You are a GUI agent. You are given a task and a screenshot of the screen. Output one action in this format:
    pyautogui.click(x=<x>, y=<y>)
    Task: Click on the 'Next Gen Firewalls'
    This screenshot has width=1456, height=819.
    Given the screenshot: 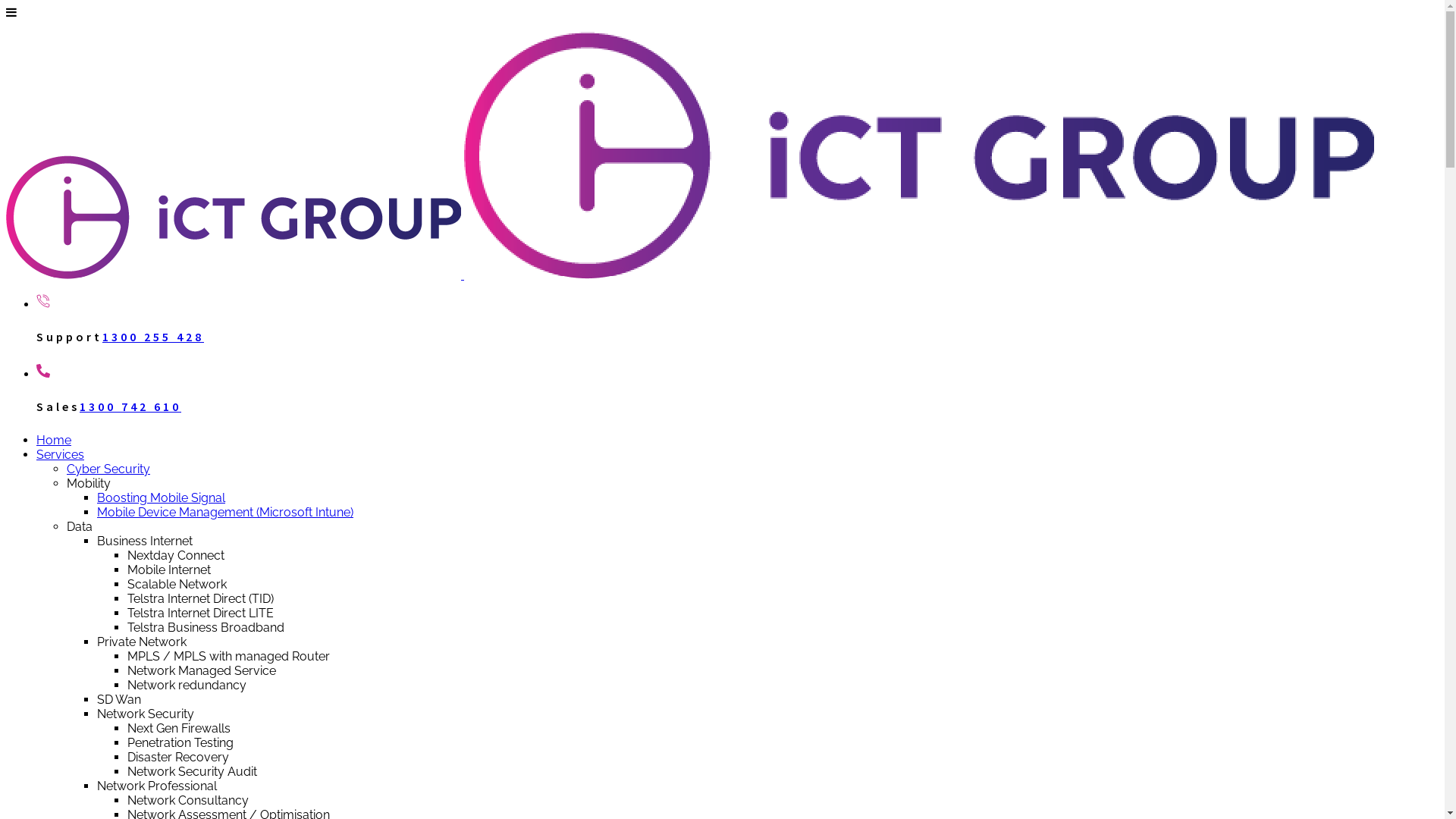 What is the action you would take?
    pyautogui.click(x=127, y=727)
    